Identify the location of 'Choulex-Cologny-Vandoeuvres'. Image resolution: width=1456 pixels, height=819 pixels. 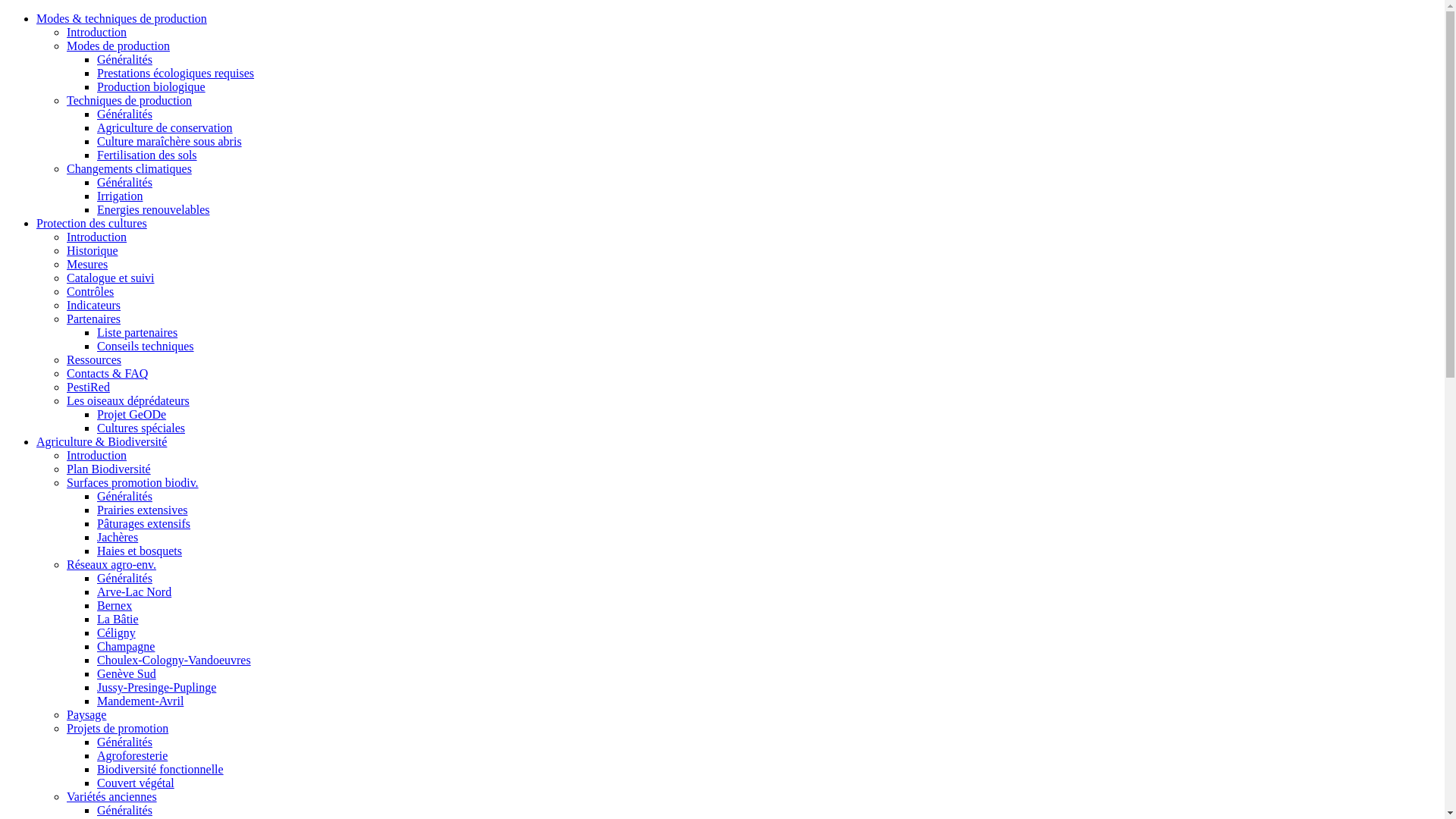
(96, 659).